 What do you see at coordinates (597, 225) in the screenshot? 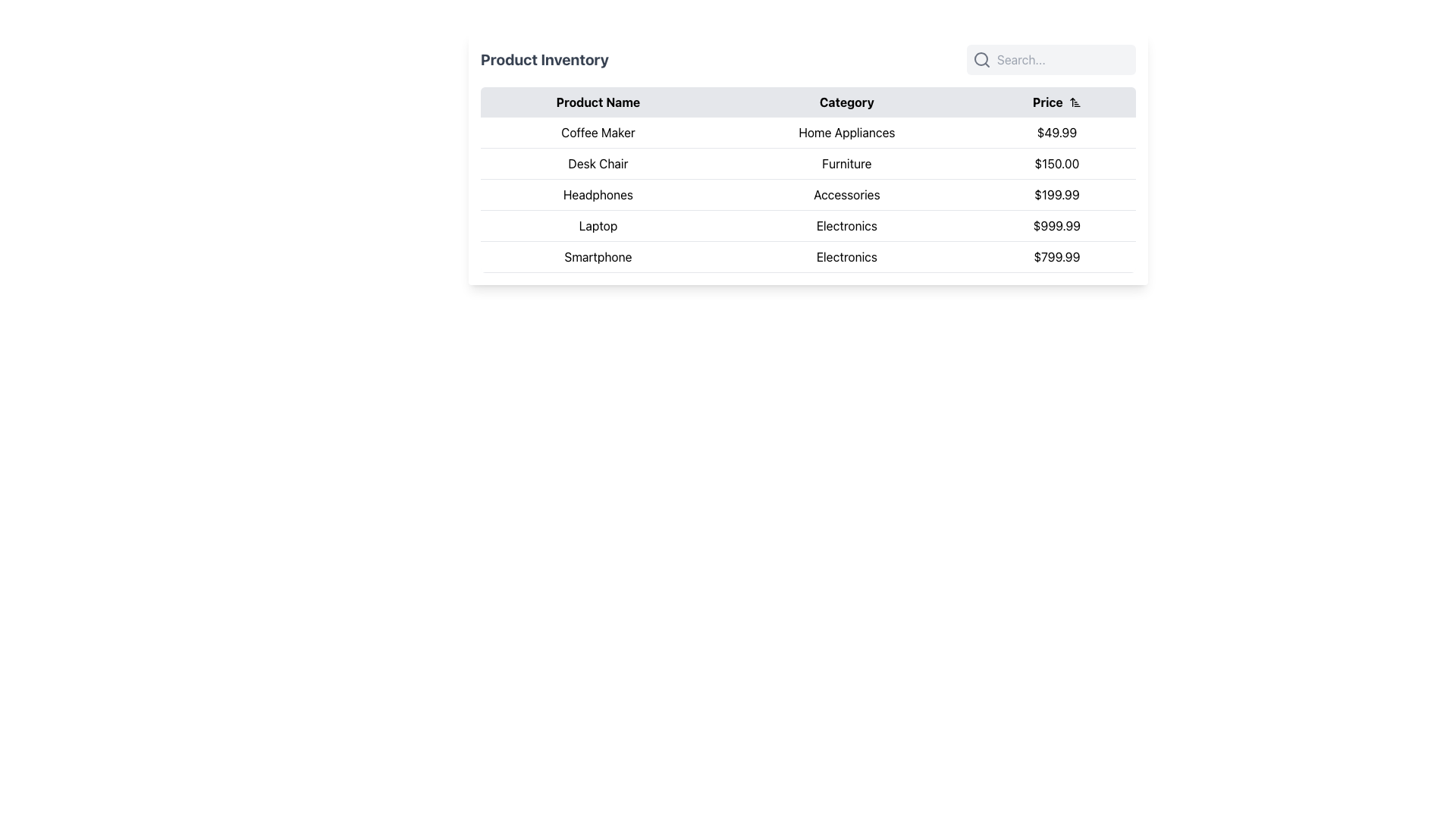
I see `the label for the product 'Laptop' located in the second row of the inventory table under 'Product Name'` at bounding box center [597, 225].